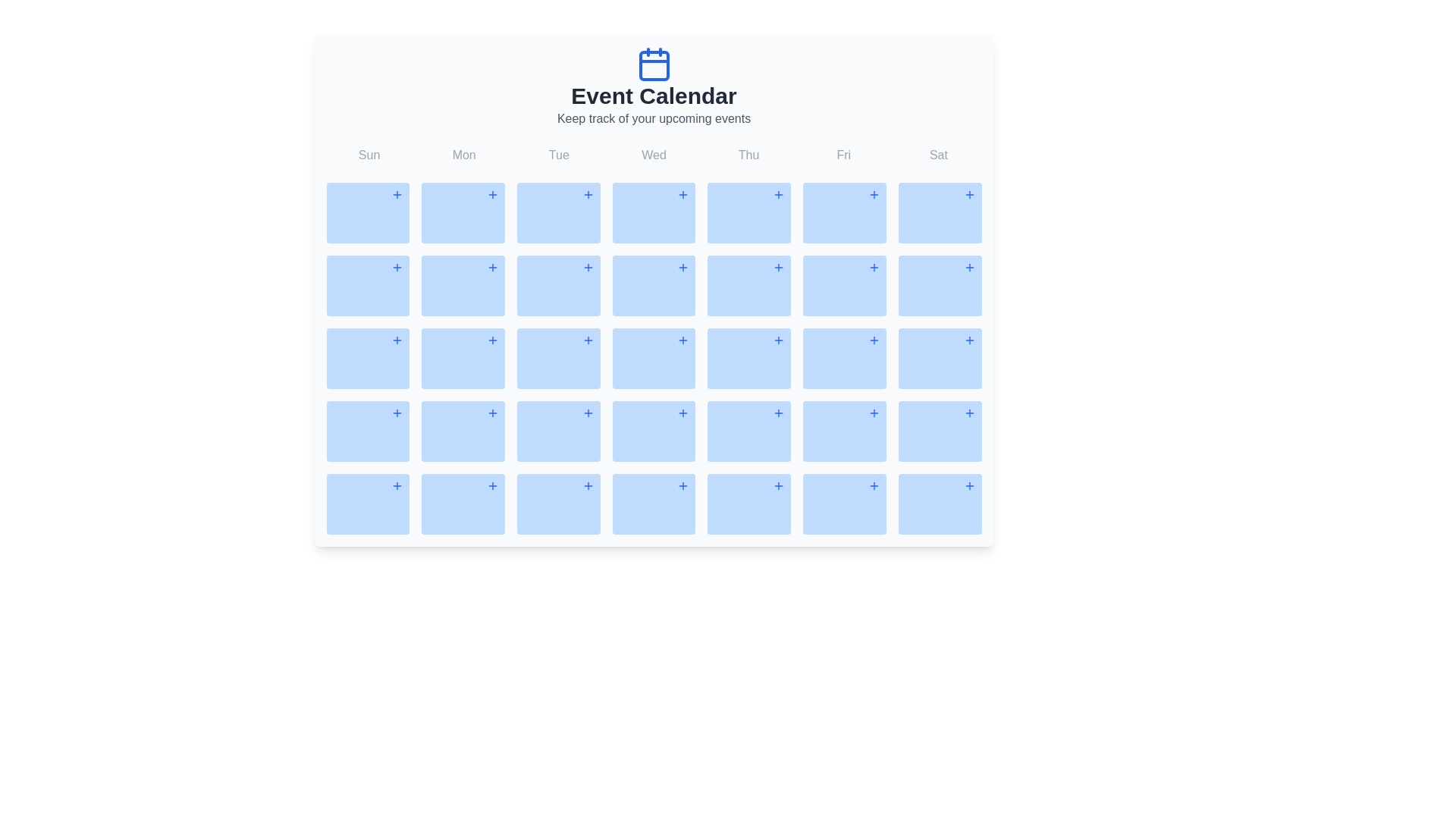 The image size is (1456, 819). What do you see at coordinates (463, 359) in the screenshot?
I see `the calendar grid item located in the fourth row and third column` at bounding box center [463, 359].